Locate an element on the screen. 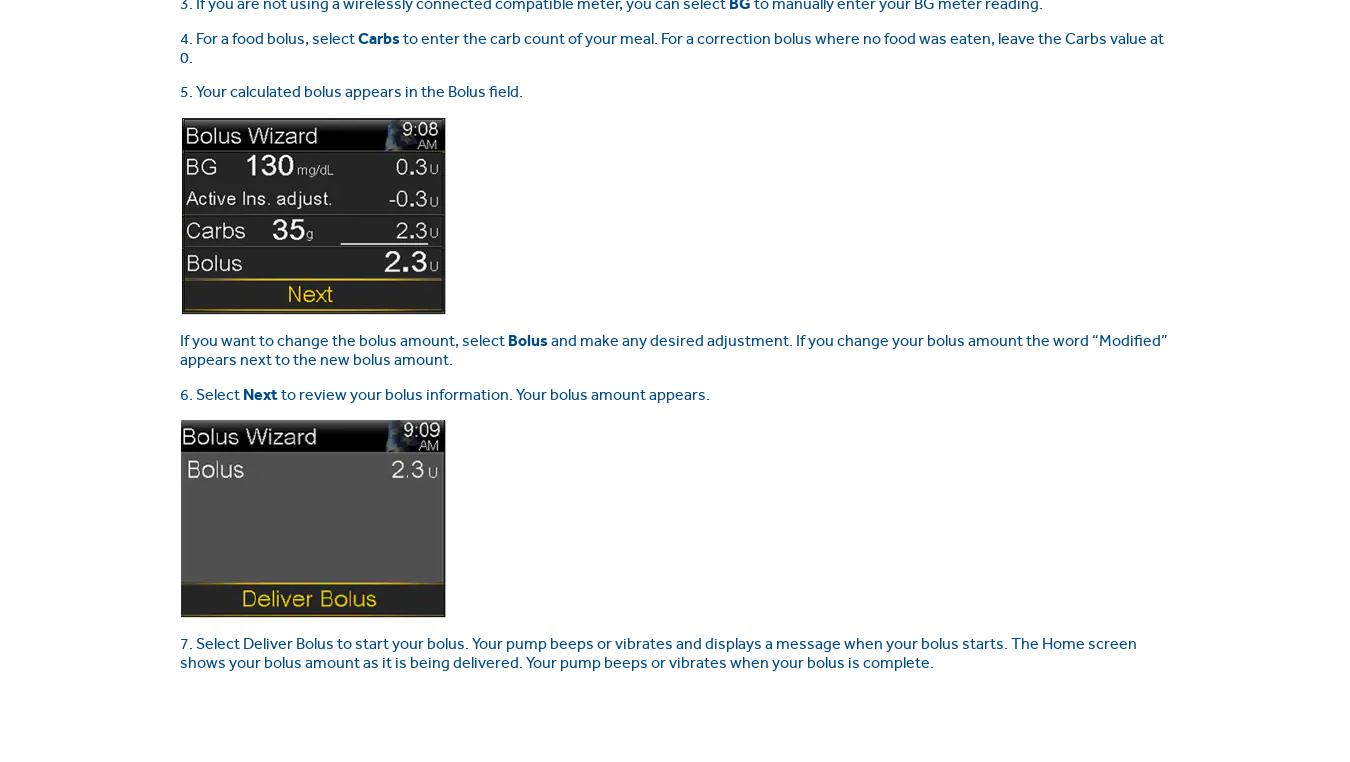  '7.	Select Deliver Bolus to start your bolus. Your pump beeps or vibrates and displays a message when your bolus starts. The Home screen shows your bolus amount as it is being delivered. Your pump beeps or vibrates when your bolus is complete.' is located at coordinates (658, 650).